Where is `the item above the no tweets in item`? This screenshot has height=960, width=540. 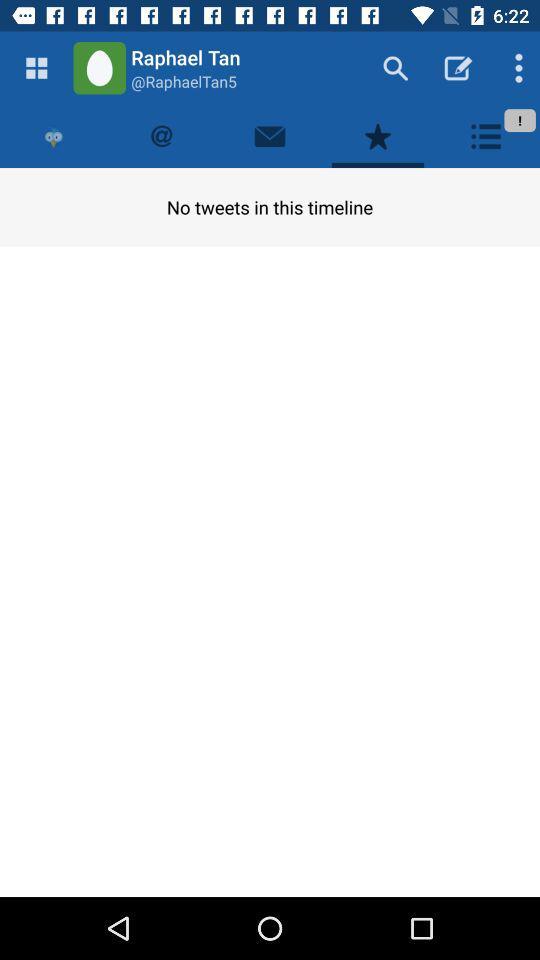 the item above the no tweets in item is located at coordinates (161, 135).